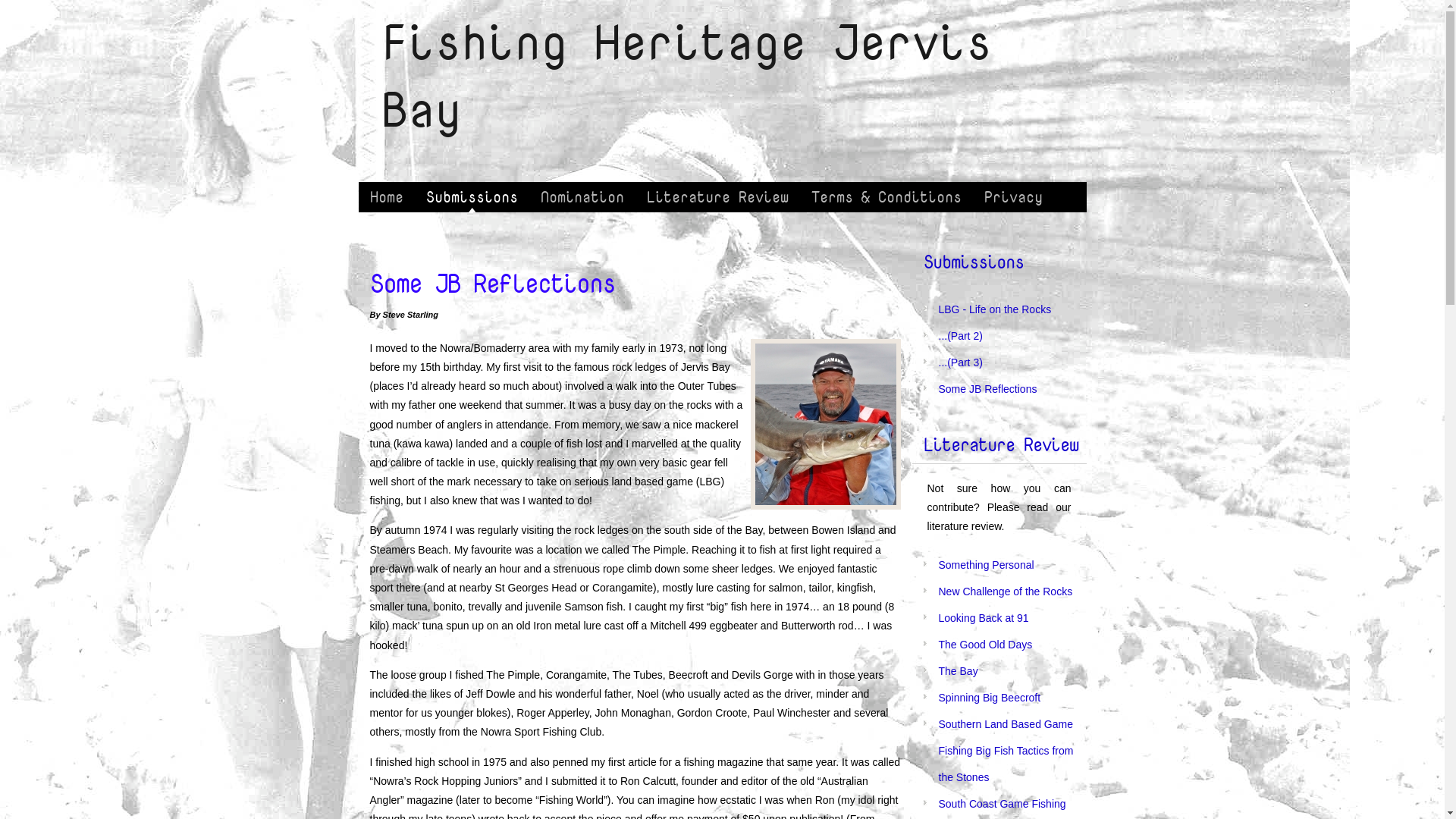  Describe the element at coordinates (582, 196) in the screenshot. I see `'Nomination'` at that location.